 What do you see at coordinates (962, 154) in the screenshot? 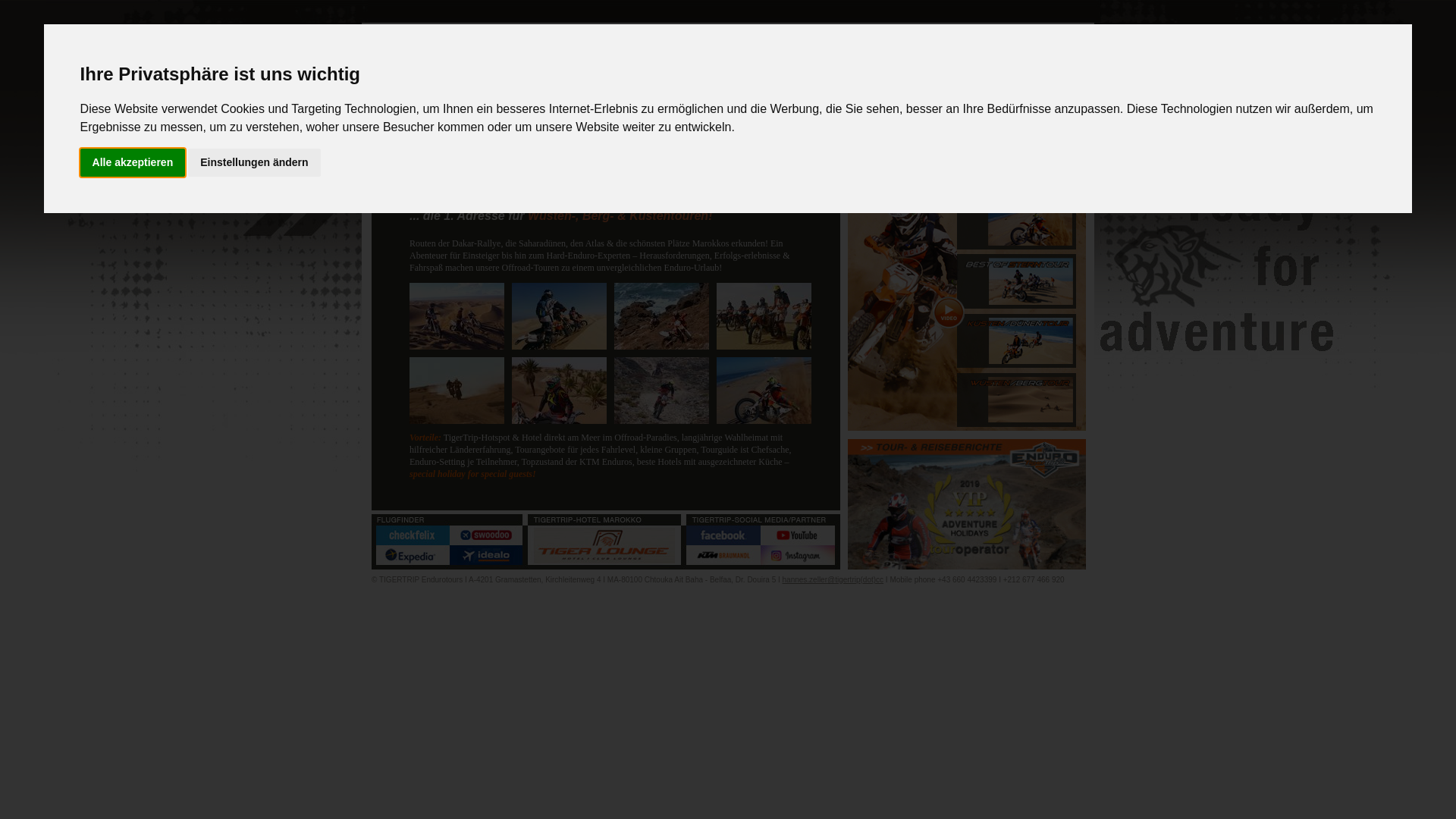
I see `'KONTAKT'` at bounding box center [962, 154].